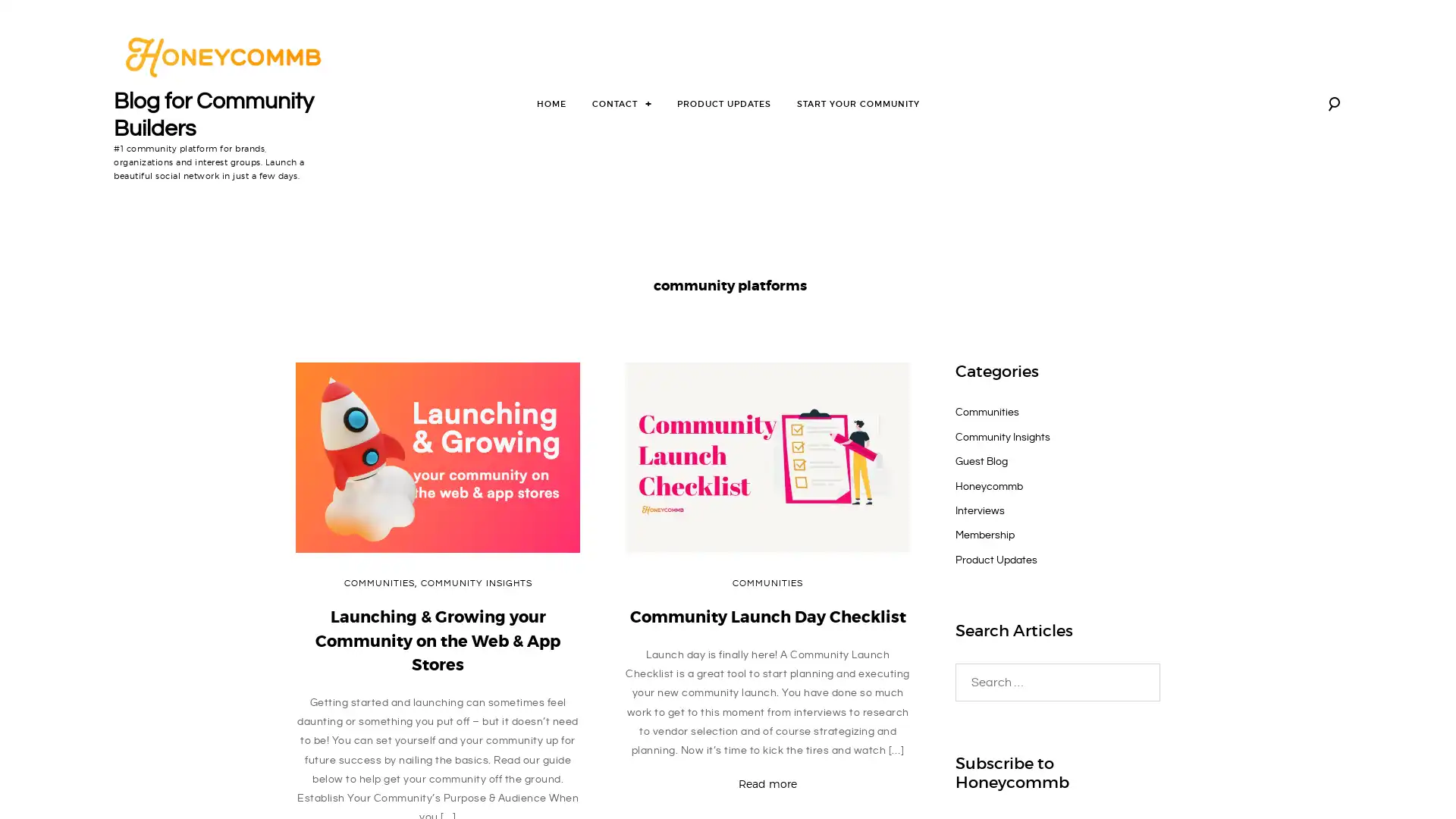 Image resolution: width=1456 pixels, height=819 pixels. I want to click on Search, so click(1128, 687).